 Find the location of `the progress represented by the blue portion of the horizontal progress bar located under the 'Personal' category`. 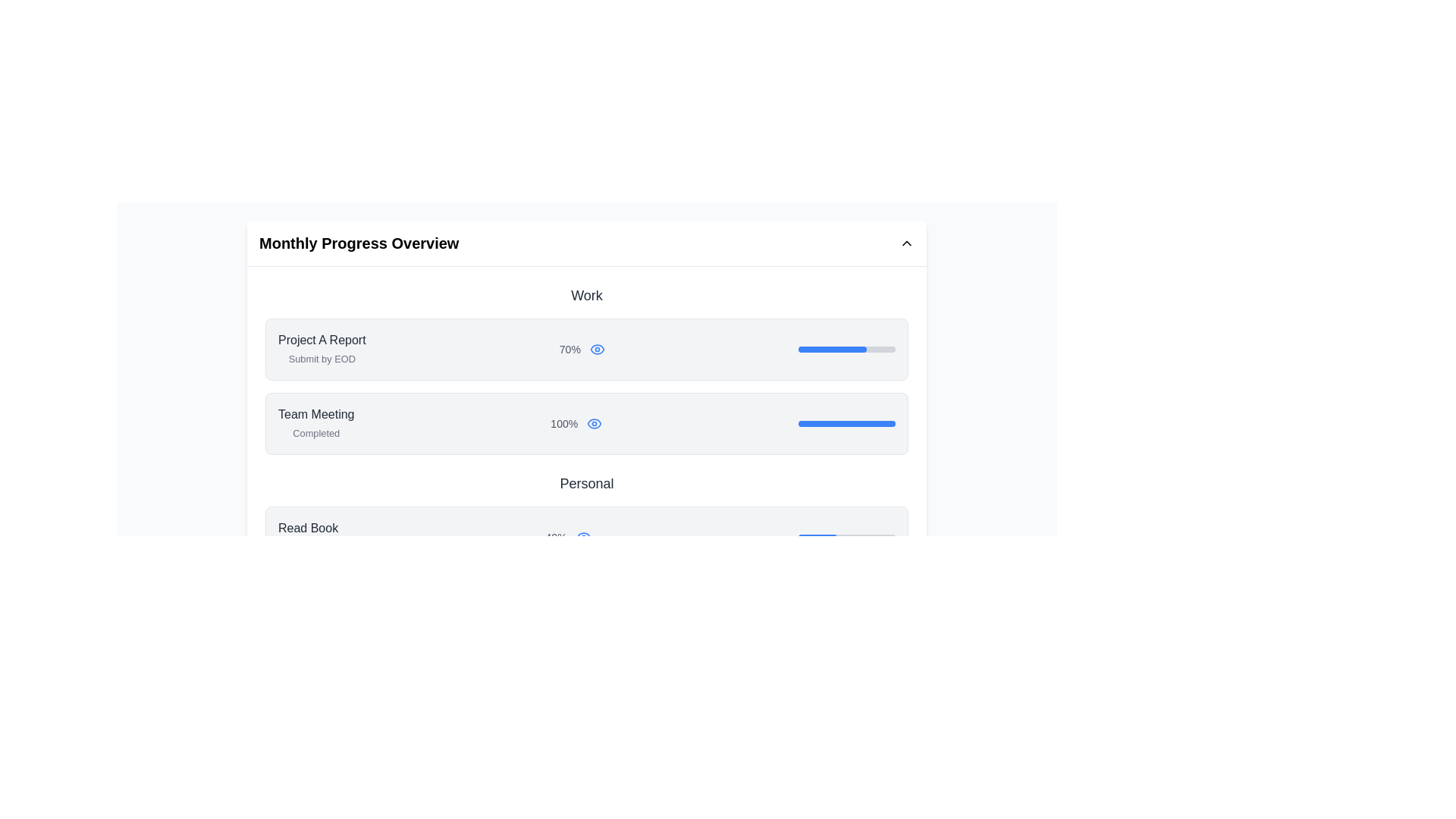

the progress represented by the blue portion of the horizontal progress bar located under the 'Personal' category is located at coordinates (807, 610).